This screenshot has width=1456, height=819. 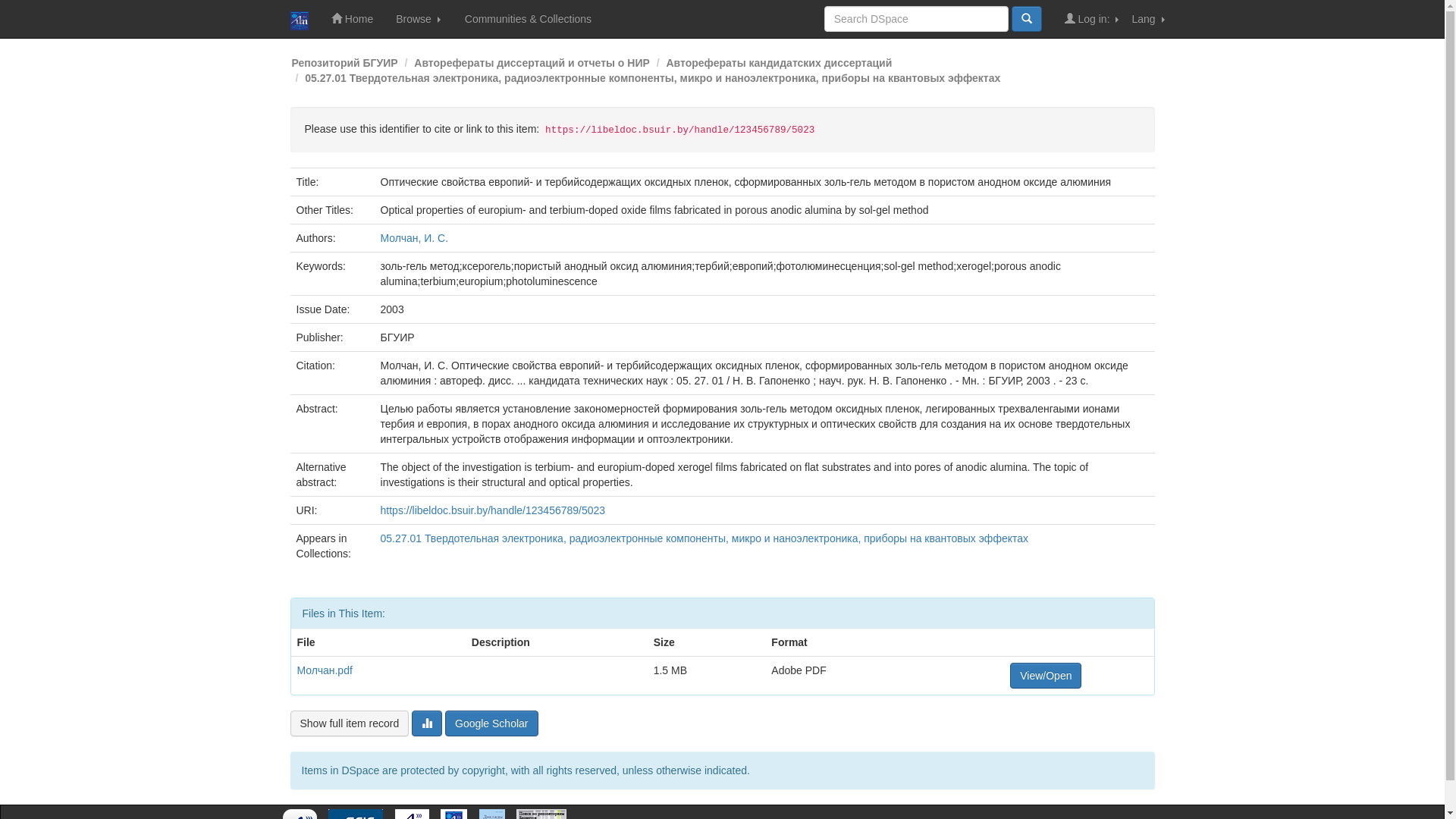 I want to click on 'Browse', so click(x=419, y=18).